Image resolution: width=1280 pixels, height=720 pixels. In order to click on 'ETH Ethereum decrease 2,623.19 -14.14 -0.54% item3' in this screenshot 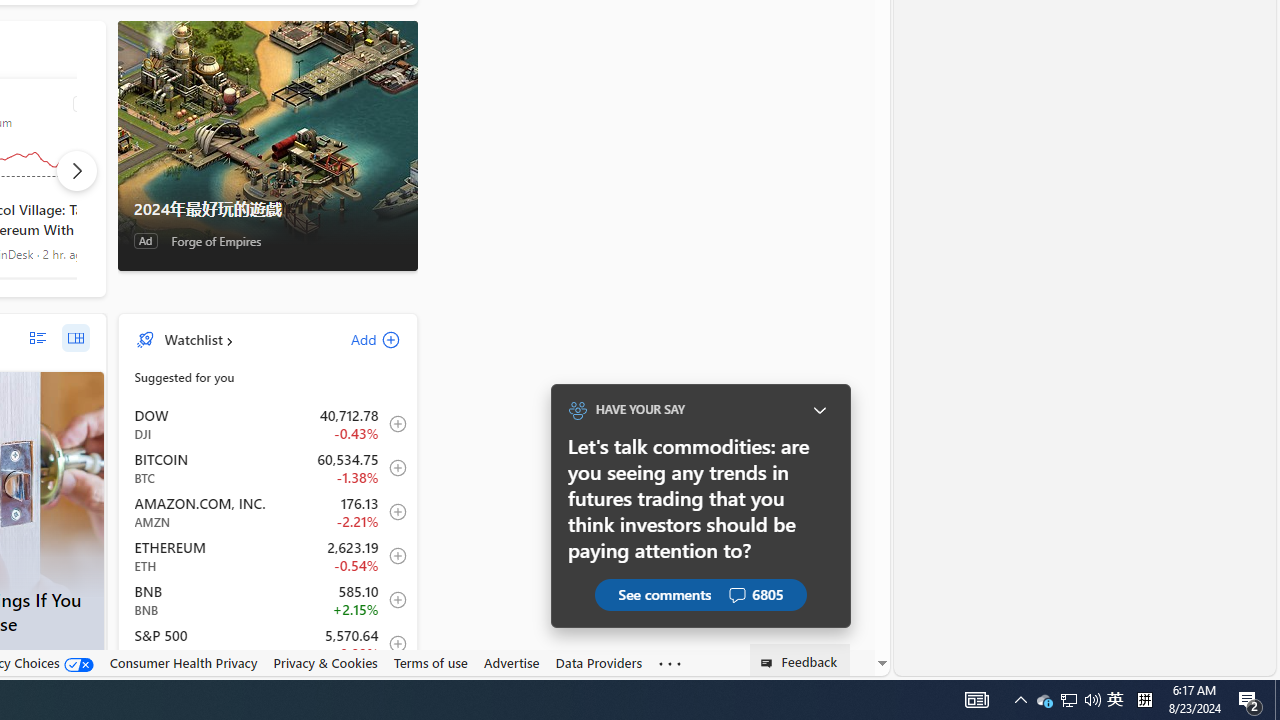, I will do `click(267, 556)`.